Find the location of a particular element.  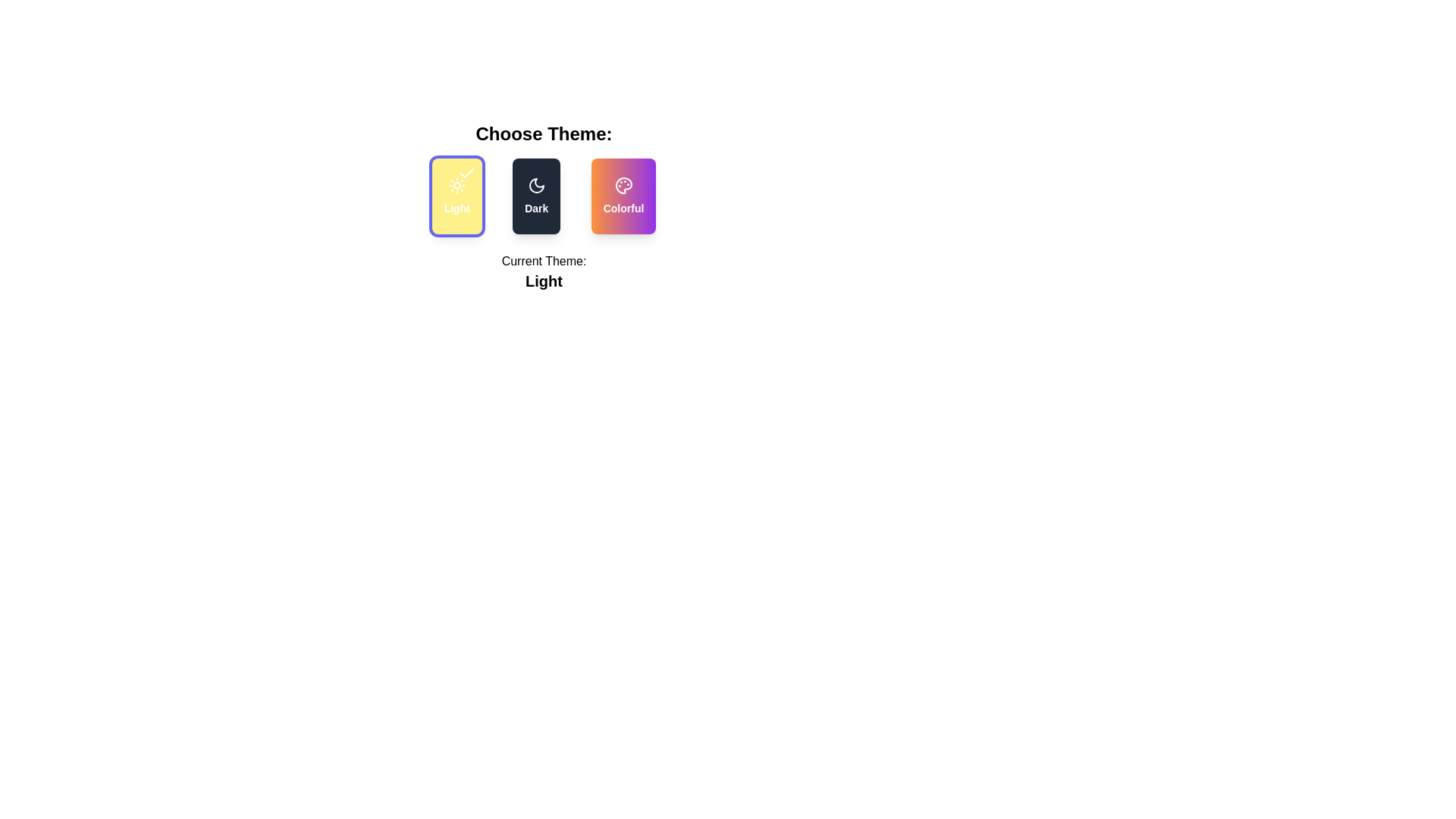

the theme button for Light theme to observe the hover effect is located at coordinates (456, 195).